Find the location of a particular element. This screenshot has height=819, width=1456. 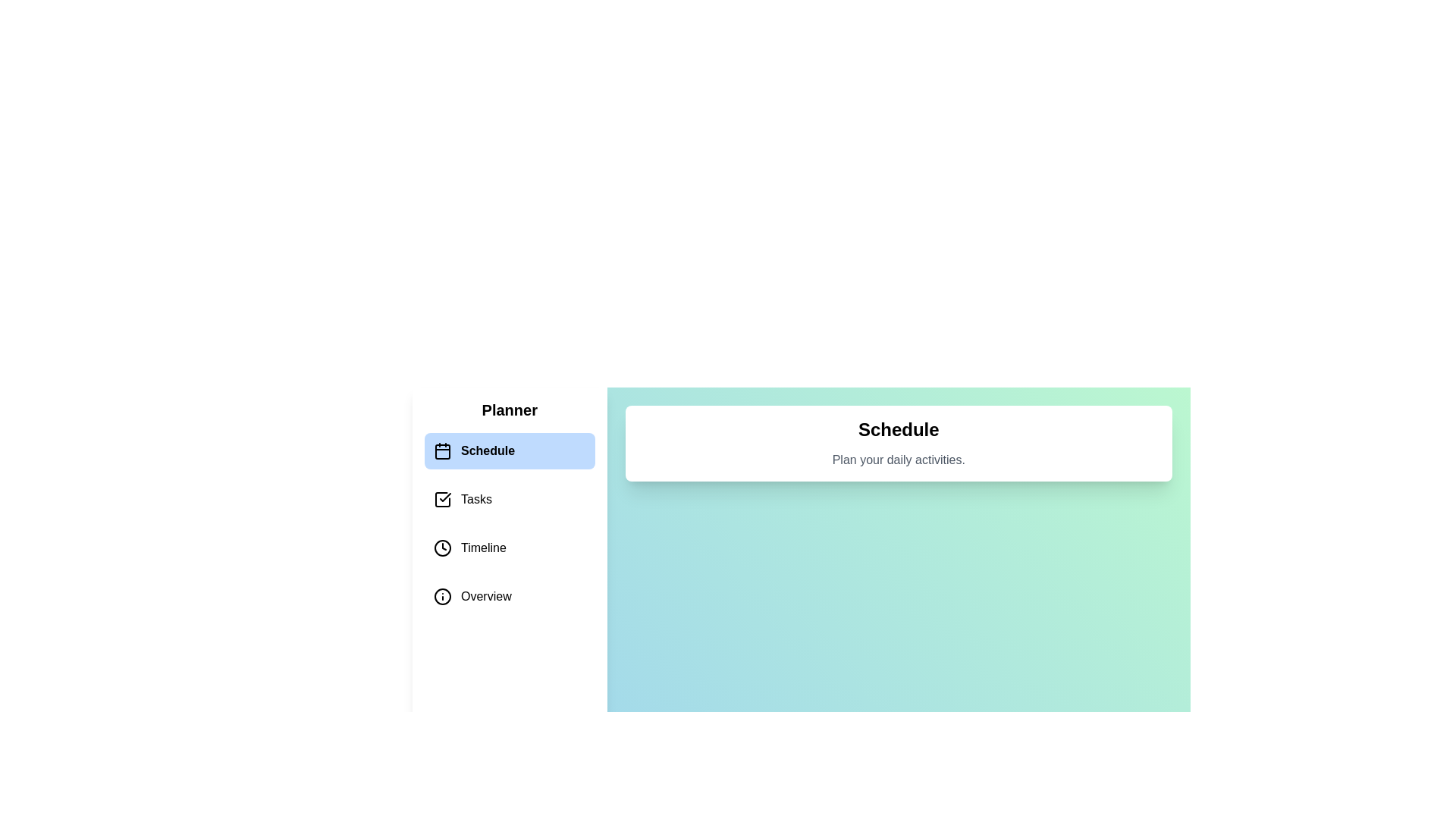

the tab labeled Tasks is located at coordinates (510, 500).